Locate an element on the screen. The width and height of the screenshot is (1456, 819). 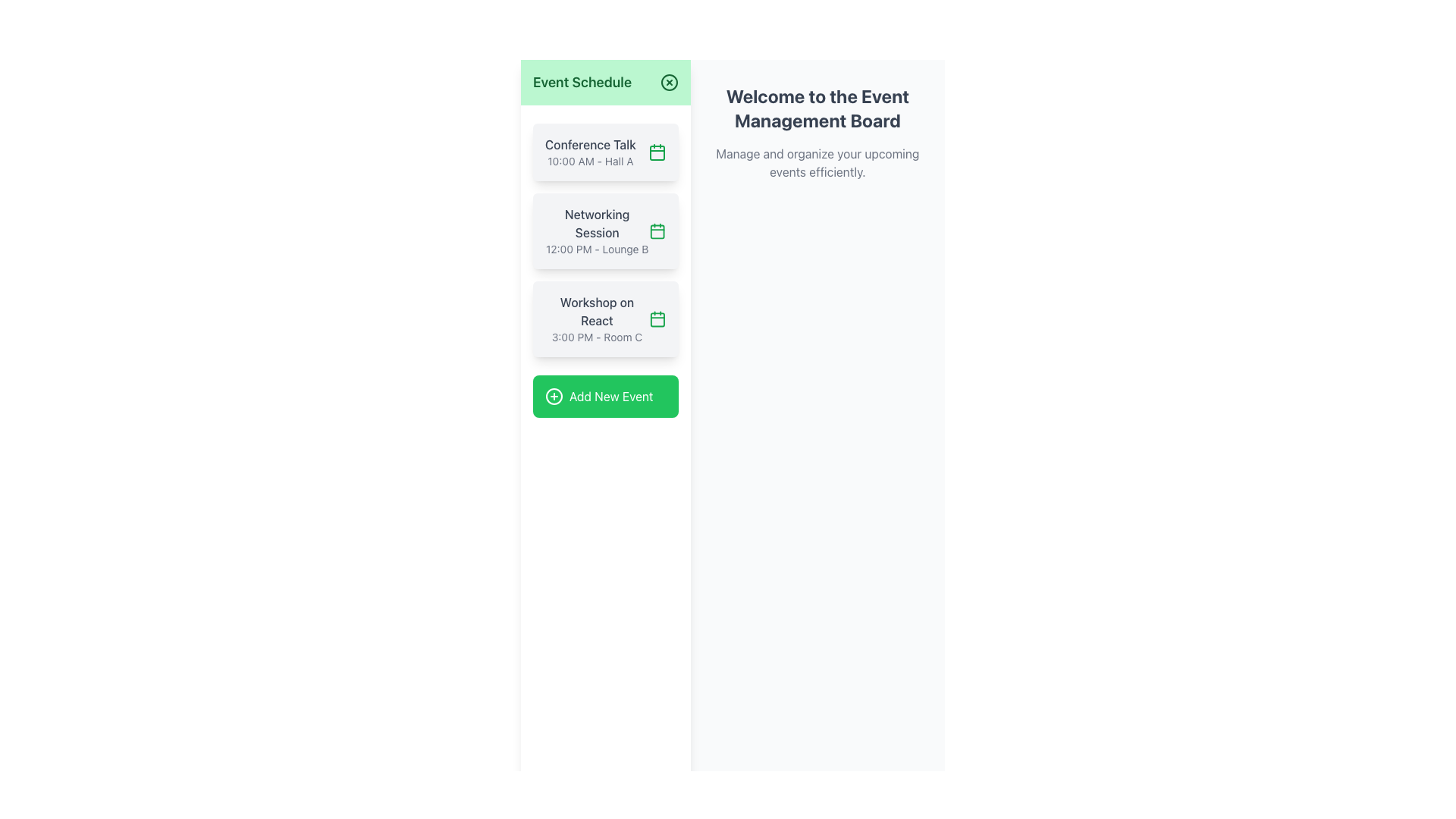
the text displaying '10:00 AM - Hall A' in small gray font, located in the left sidebar under 'Event Schedule' is located at coordinates (589, 161).